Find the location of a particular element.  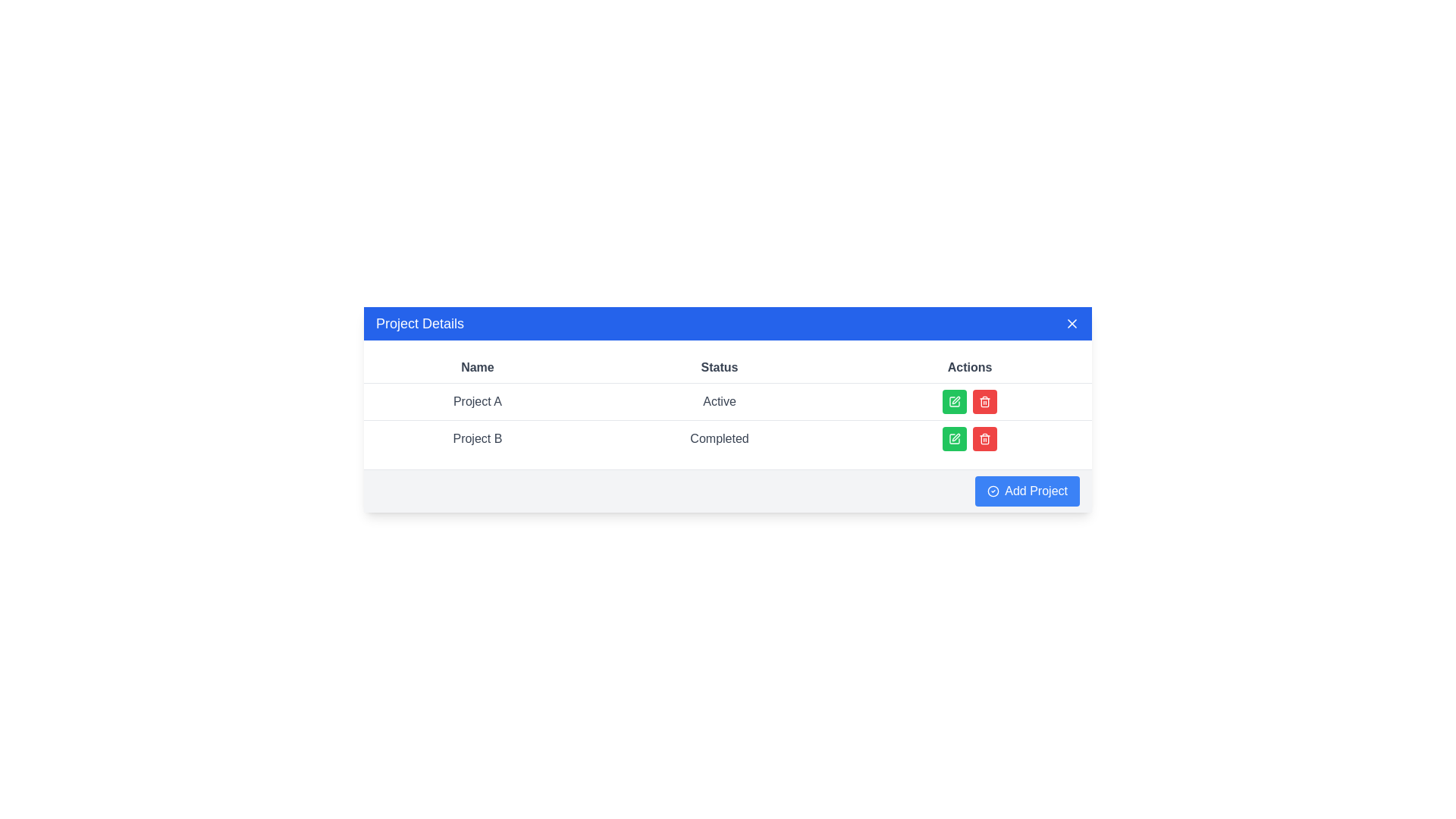

the static text label displaying the completion status 'Completed' for 'Project B' in the second row of the table under the 'Status' column is located at coordinates (719, 438).